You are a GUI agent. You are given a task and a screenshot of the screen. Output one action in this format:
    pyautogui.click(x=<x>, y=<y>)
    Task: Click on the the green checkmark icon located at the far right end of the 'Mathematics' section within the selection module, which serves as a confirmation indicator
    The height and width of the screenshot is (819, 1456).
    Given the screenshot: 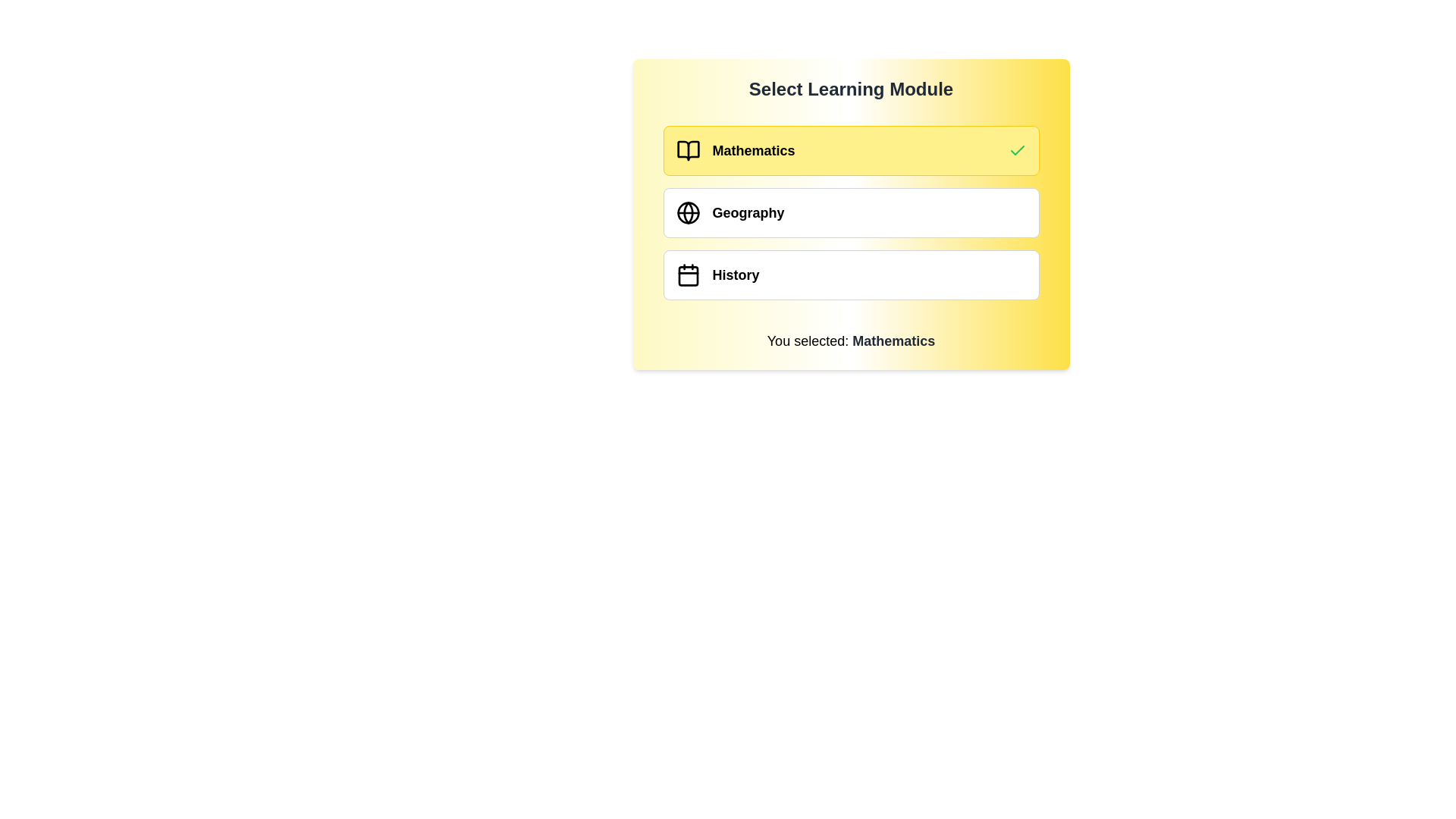 What is the action you would take?
    pyautogui.click(x=1017, y=151)
    